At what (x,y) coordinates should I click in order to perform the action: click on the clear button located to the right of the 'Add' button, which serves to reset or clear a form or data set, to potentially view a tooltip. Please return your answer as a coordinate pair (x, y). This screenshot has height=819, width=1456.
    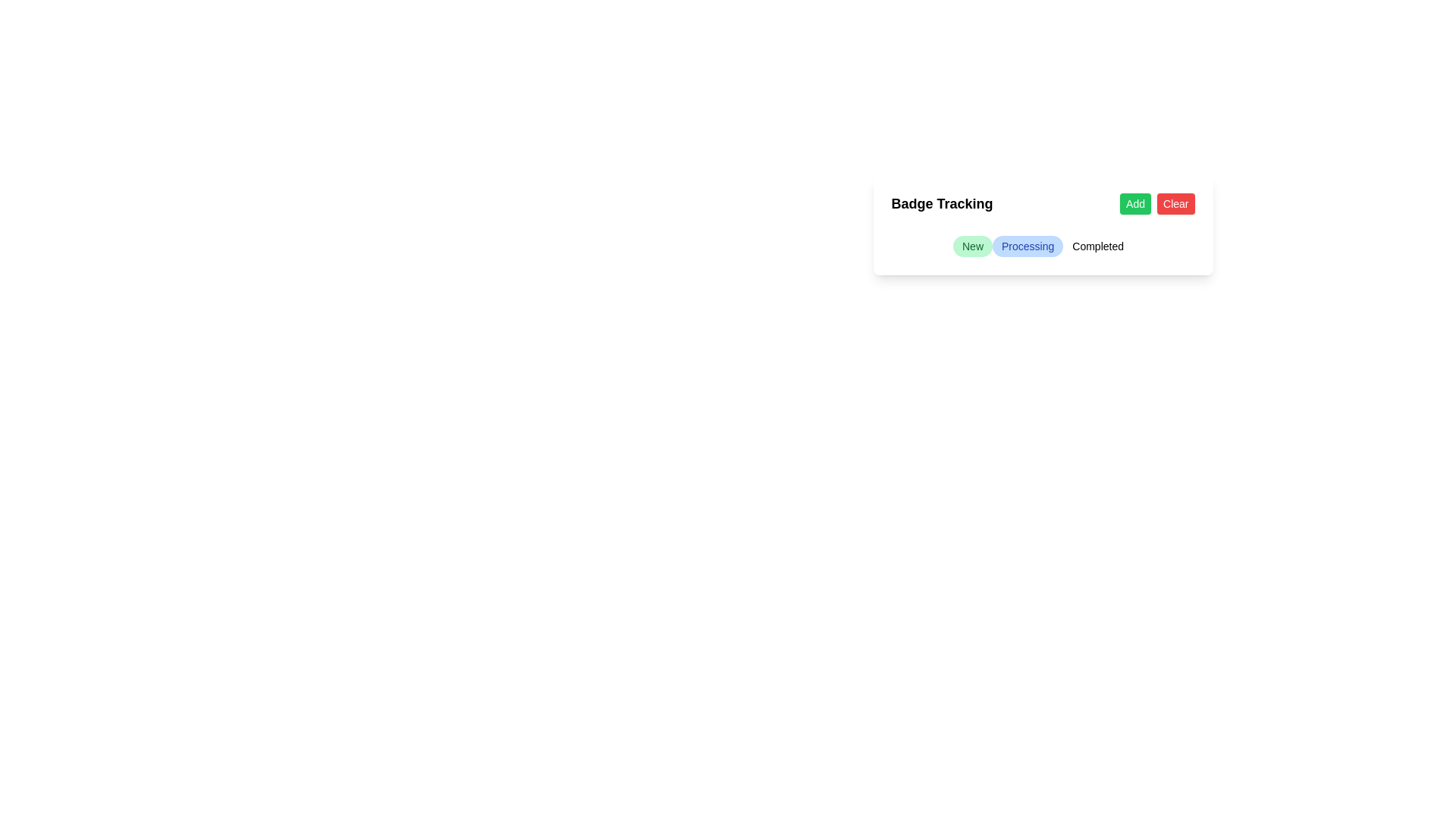
    Looking at the image, I should click on (1175, 203).